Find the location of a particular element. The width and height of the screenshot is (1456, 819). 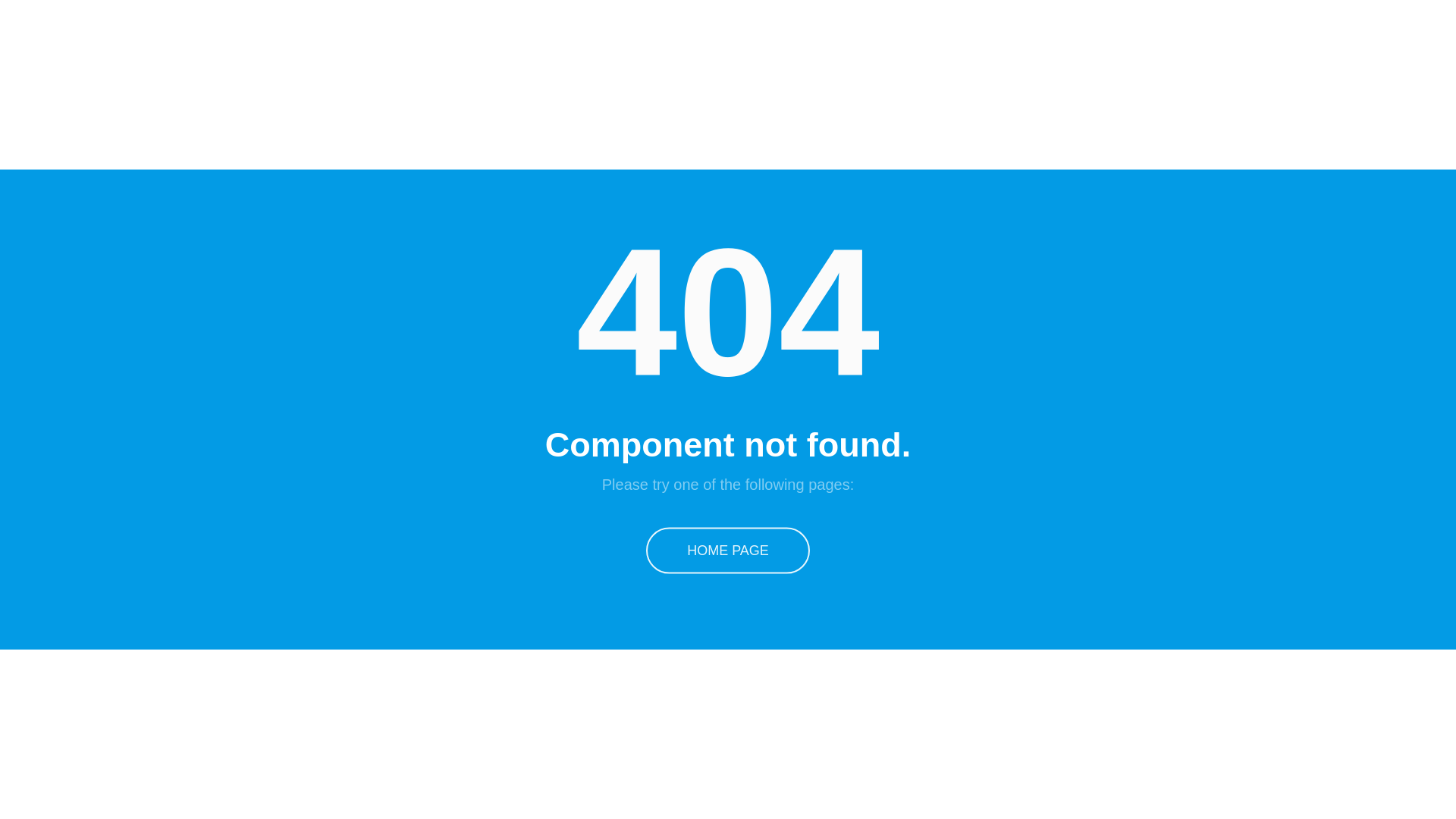

'HOME PAGE' is located at coordinates (728, 550).